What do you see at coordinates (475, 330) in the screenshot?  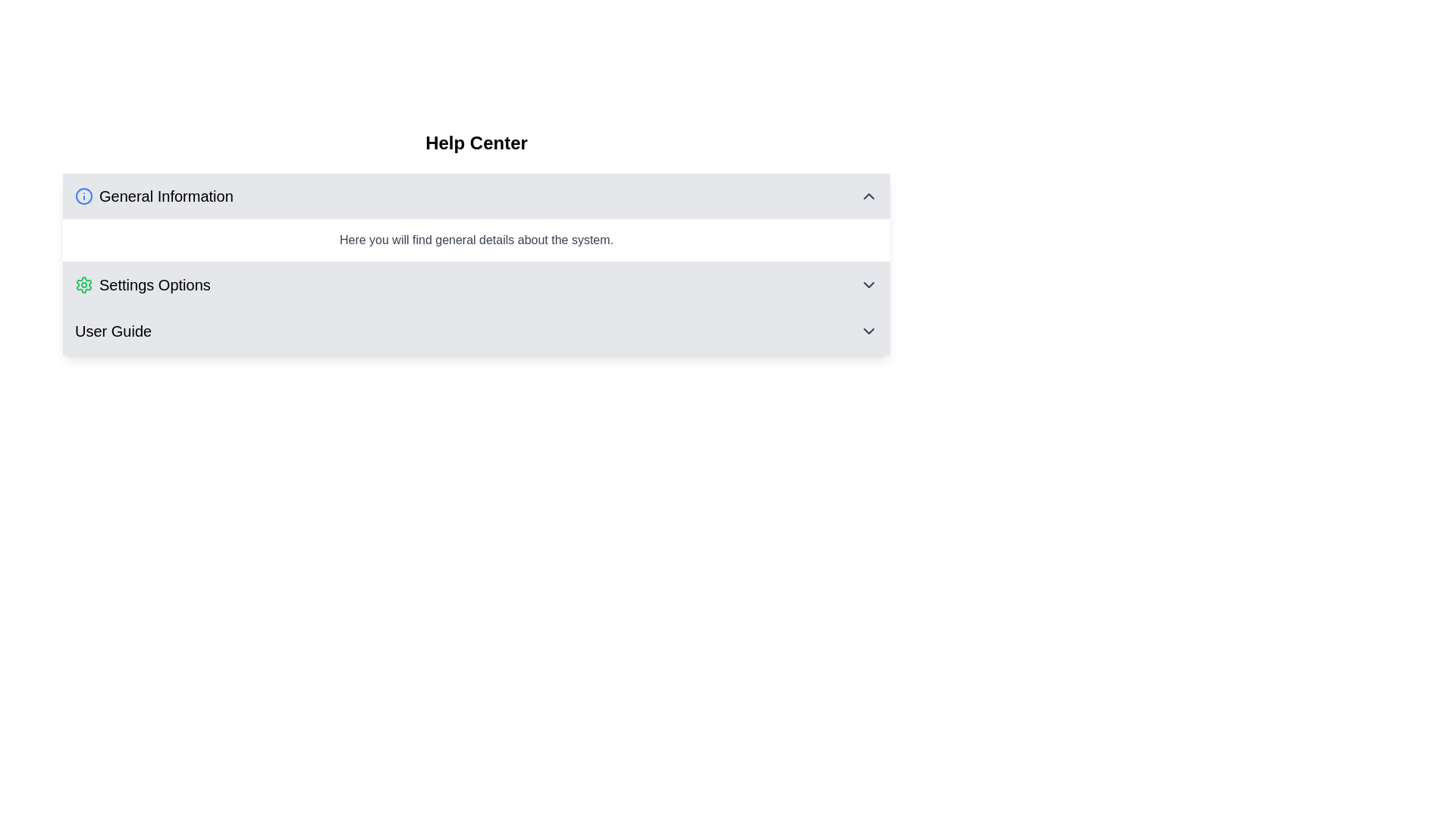 I see `the 'User Guide' button in the Help Center section` at bounding box center [475, 330].